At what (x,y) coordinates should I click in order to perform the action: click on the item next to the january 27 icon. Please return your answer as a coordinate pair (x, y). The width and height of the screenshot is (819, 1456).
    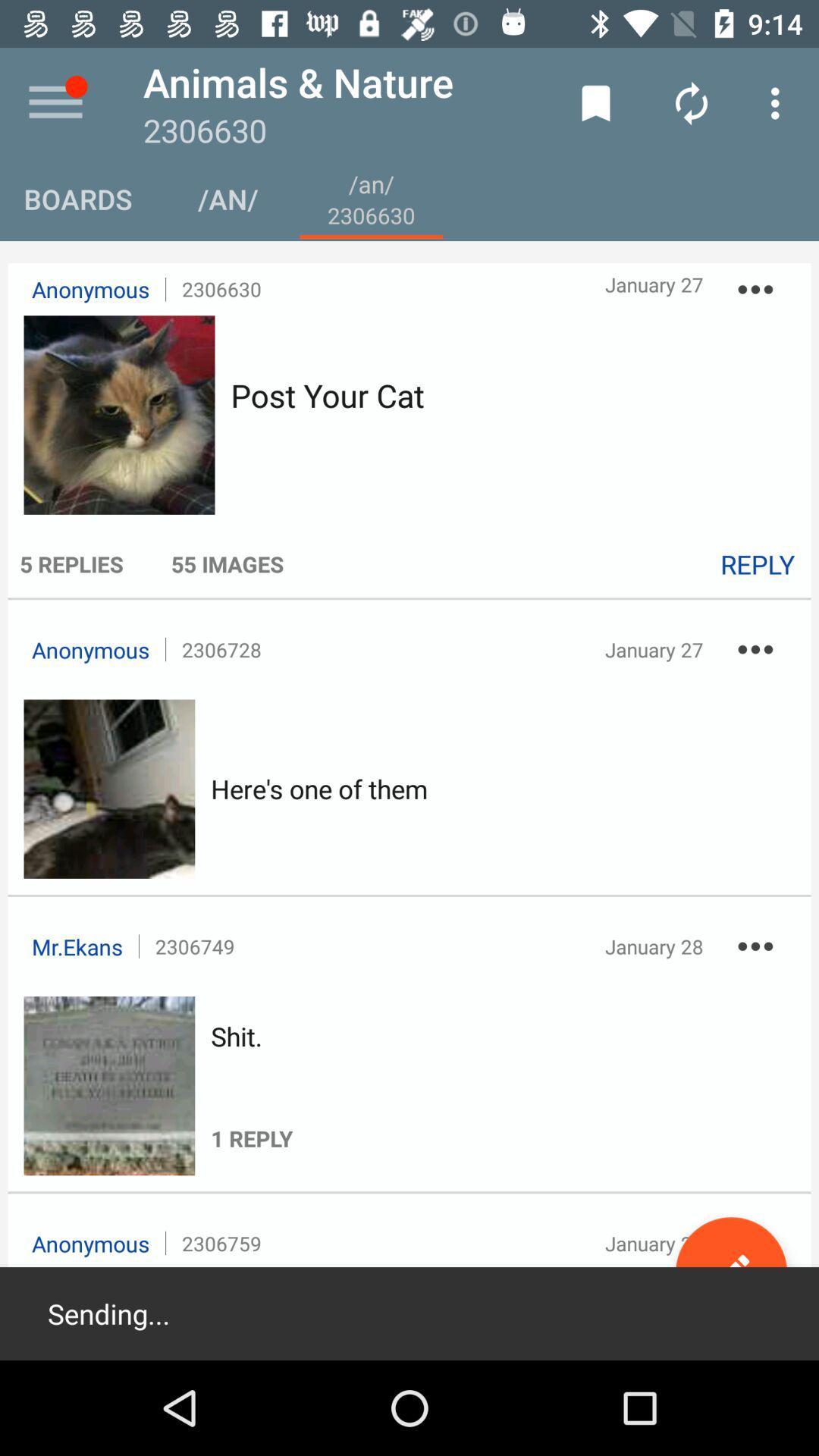
    Looking at the image, I should click on (755, 289).